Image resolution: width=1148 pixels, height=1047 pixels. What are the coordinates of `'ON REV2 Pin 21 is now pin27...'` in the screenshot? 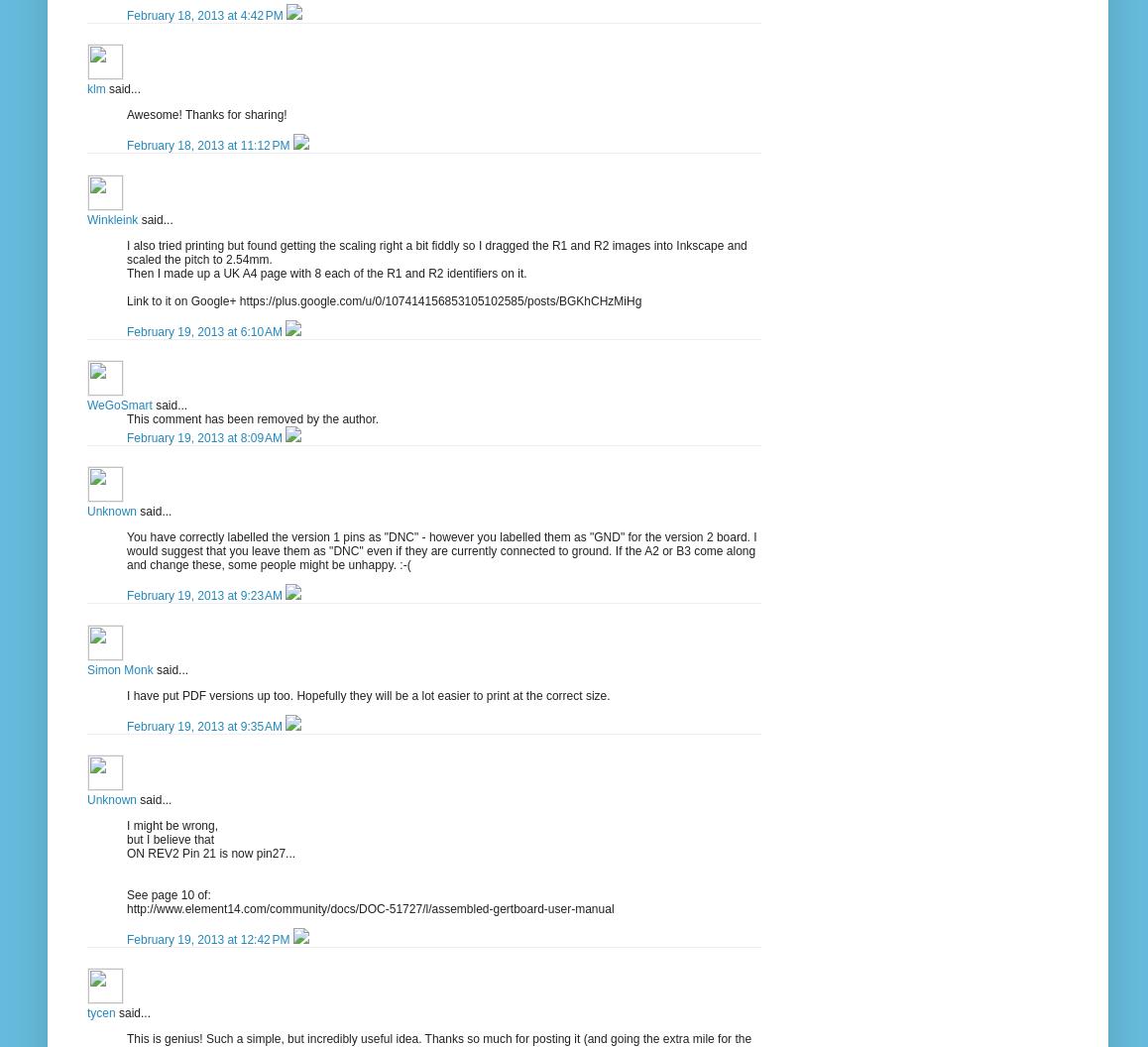 It's located at (210, 852).